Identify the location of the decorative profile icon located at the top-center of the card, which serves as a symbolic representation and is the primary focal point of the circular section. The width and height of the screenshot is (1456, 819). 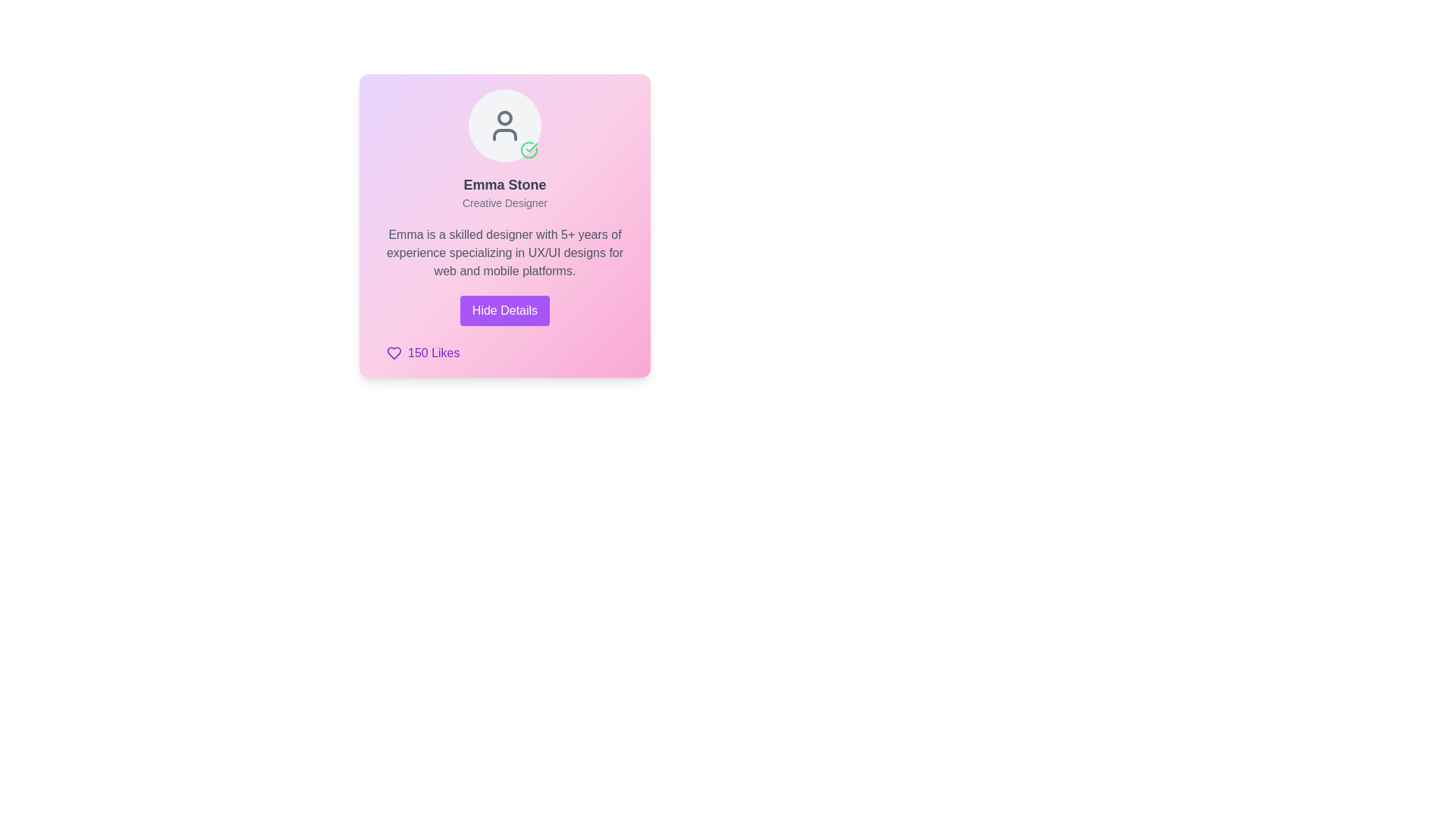
(505, 124).